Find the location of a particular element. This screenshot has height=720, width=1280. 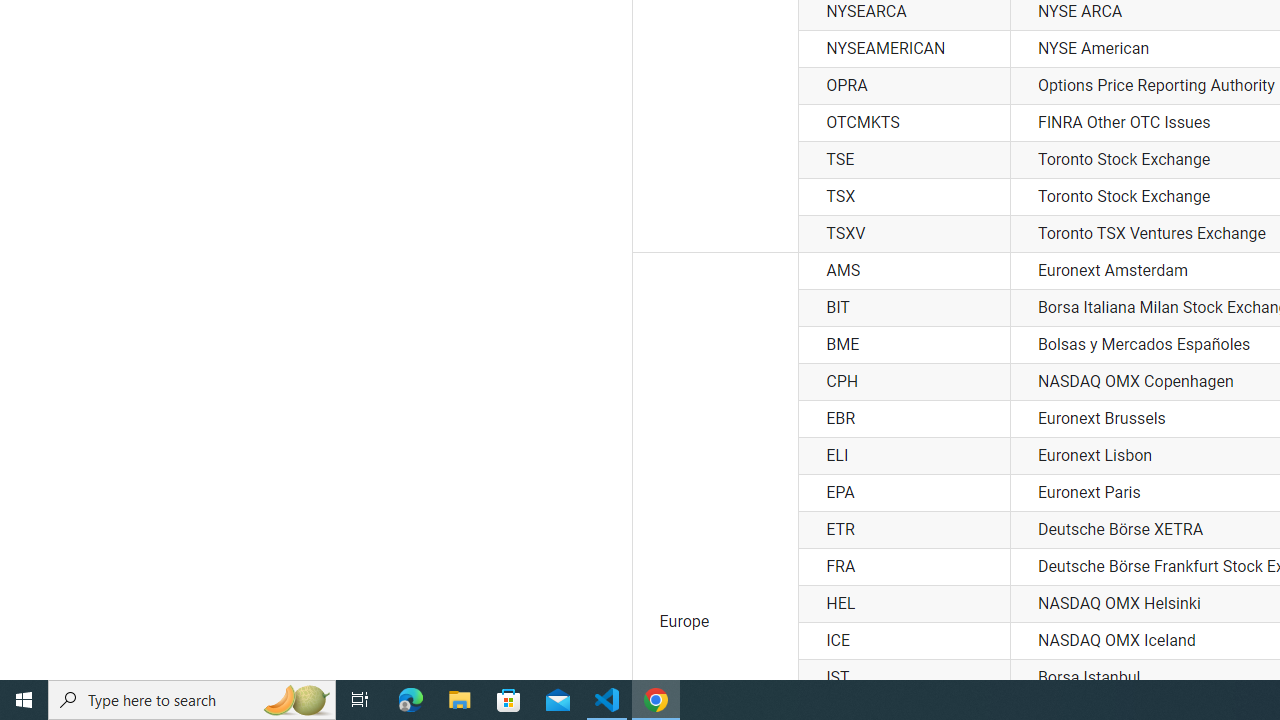

'BME' is located at coordinates (903, 344).